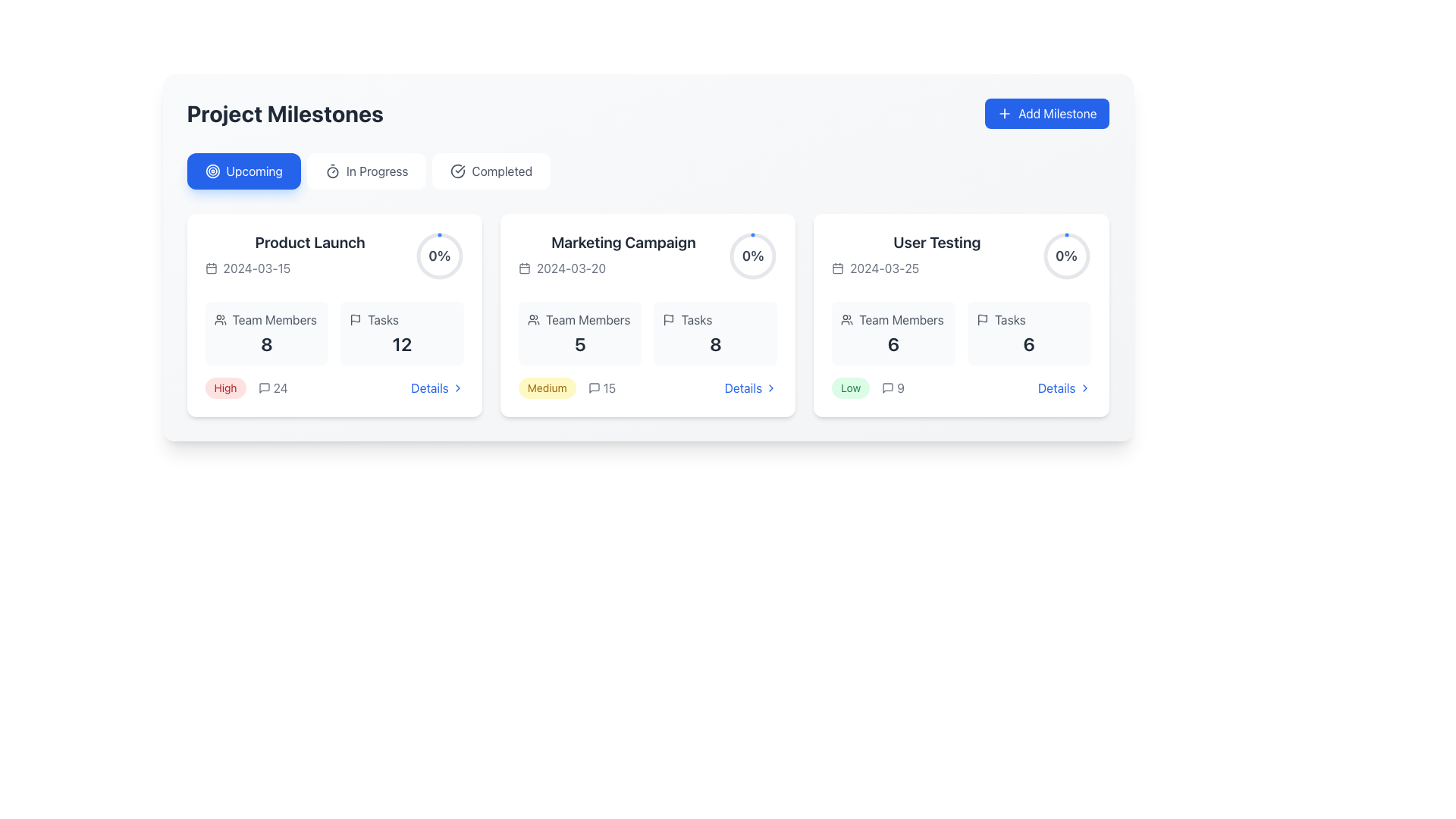 Image resolution: width=1456 pixels, height=819 pixels. What do you see at coordinates (546, 388) in the screenshot?
I see `the Text Indicator or Badge located in the details section under the 'Marketing Campaign' milestone card of the 'Project Milestones' panel, positioned near the bottom next to the team member count and comment icon` at bounding box center [546, 388].